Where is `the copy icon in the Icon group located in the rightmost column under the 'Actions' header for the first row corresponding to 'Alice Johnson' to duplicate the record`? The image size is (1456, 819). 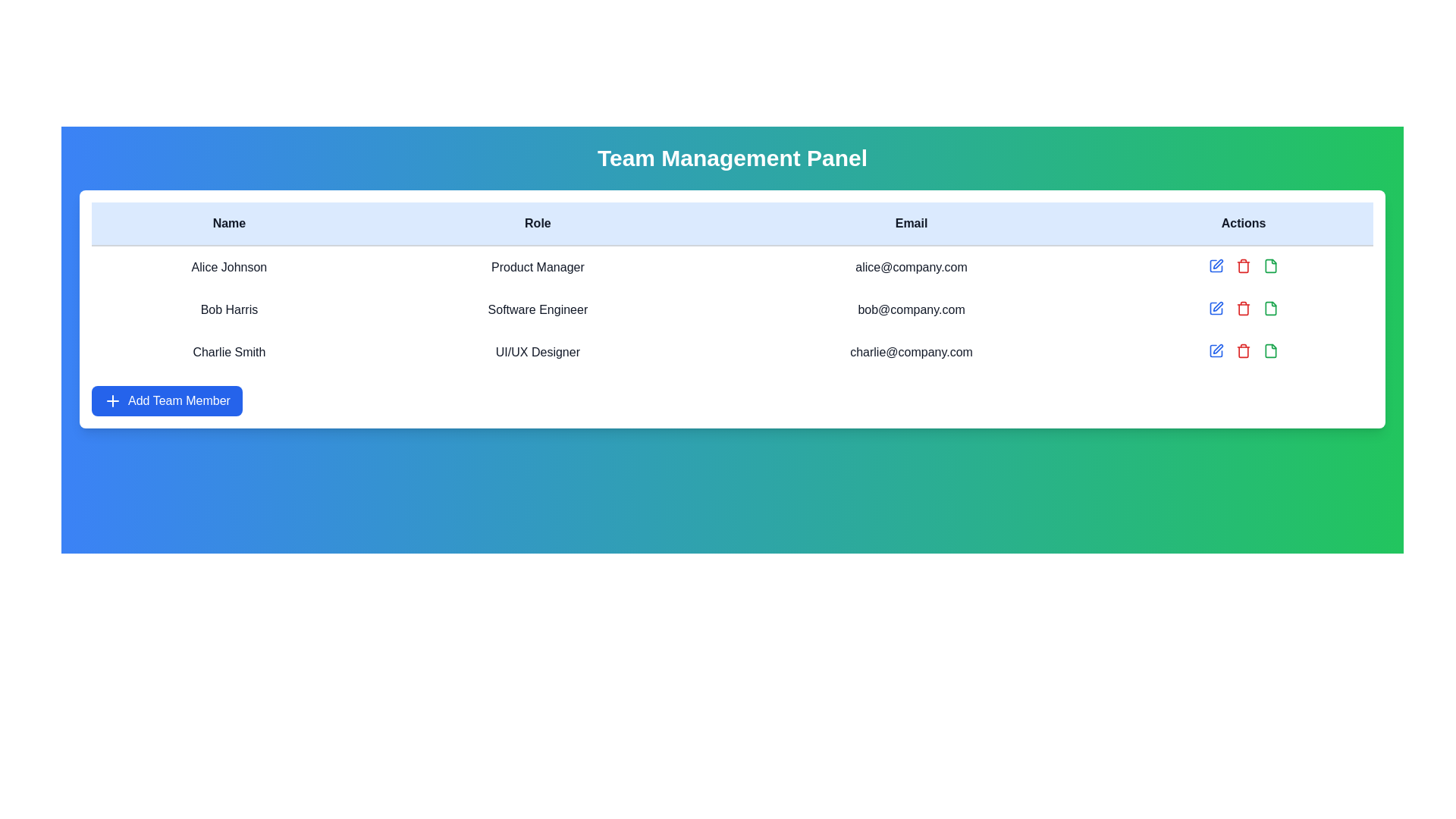 the copy icon in the Icon group located in the rightmost column under the 'Actions' header for the first row corresponding to 'Alice Johnson' to duplicate the record is located at coordinates (1244, 265).